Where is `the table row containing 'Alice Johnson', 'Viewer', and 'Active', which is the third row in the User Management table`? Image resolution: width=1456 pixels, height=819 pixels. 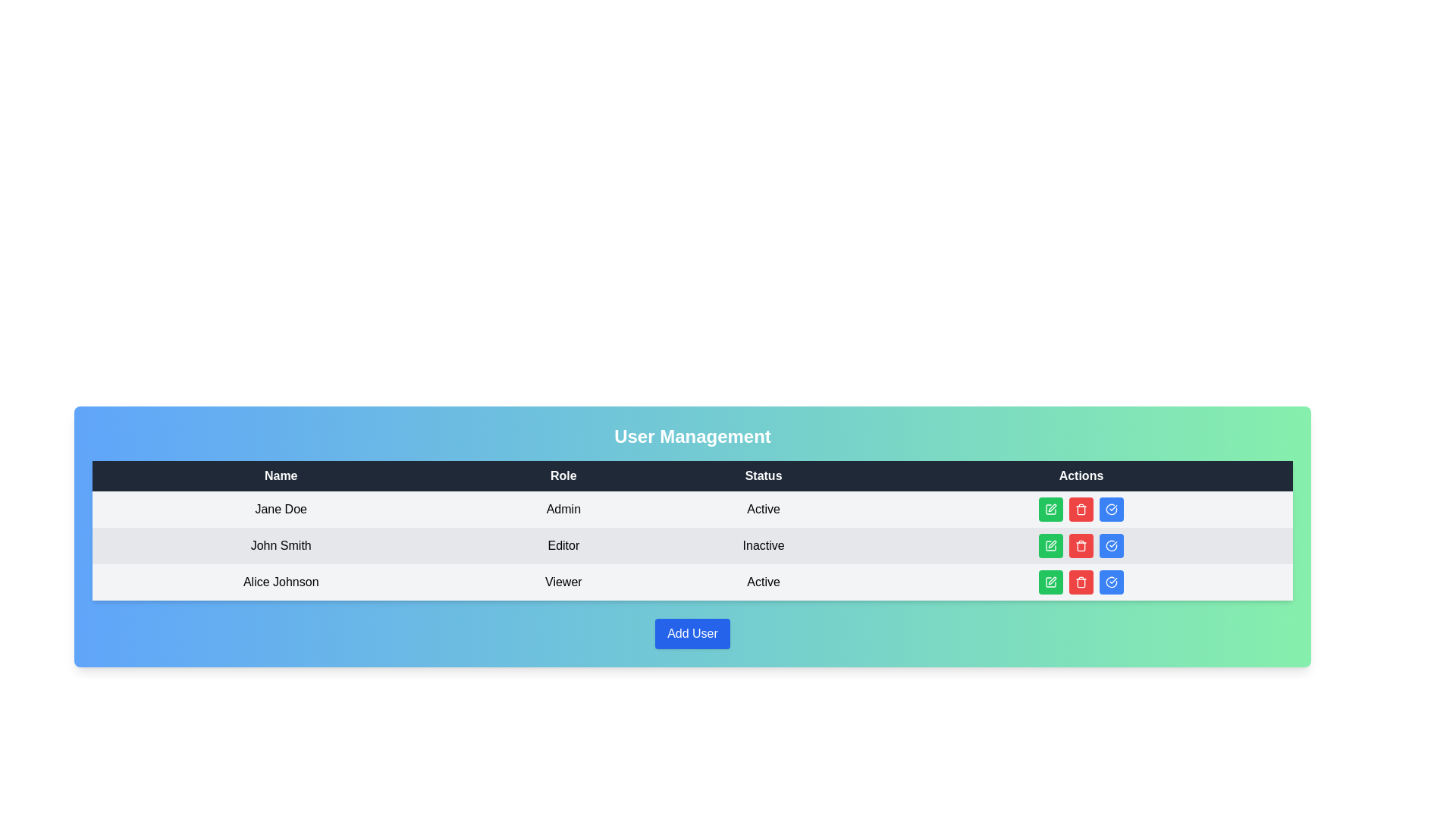 the table row containing 'Alice Johnson', 'Viewer', and 'Active', which is the third row in the User Management table is located at coordinates (692, 581).